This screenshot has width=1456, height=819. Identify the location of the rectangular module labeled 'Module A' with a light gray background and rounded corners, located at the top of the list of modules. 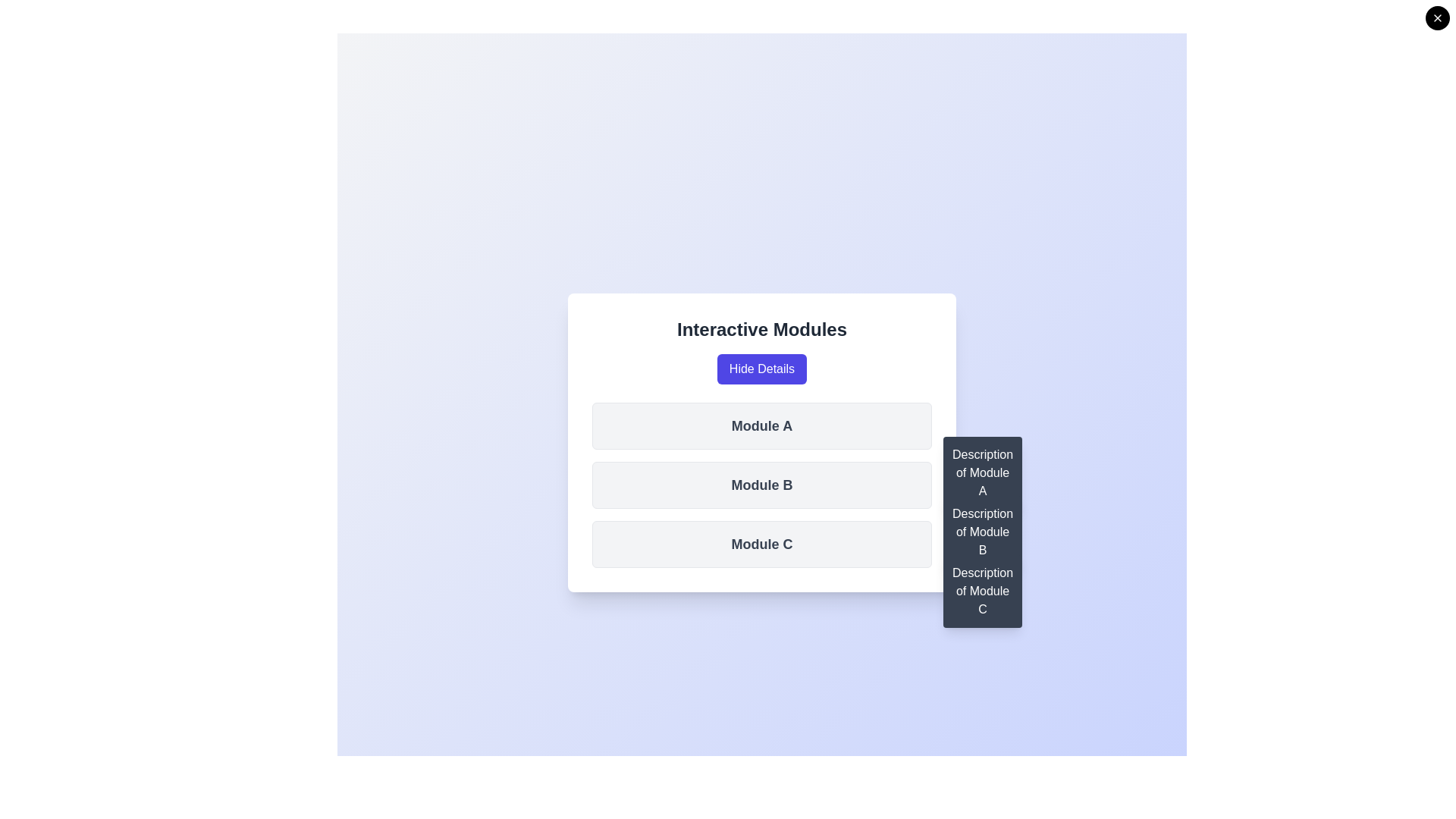
(761, 426).